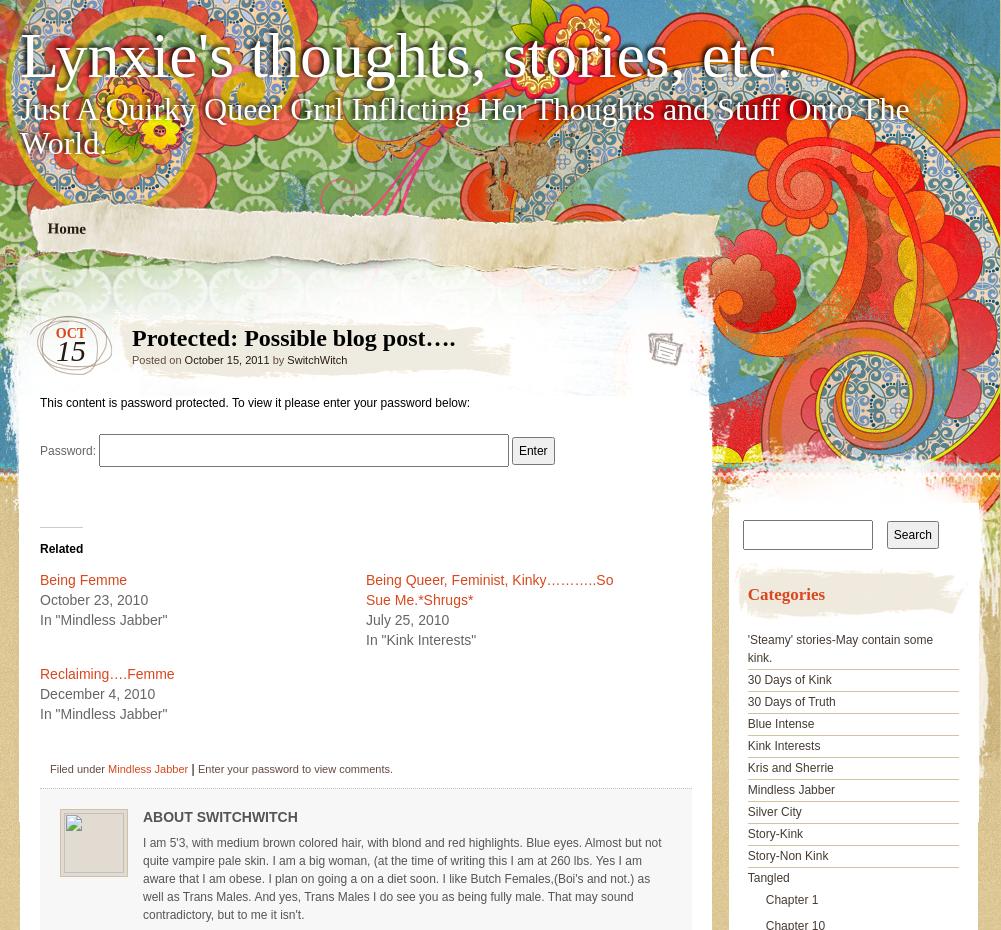  I want to click on 'Tangled', so click(767, 878).